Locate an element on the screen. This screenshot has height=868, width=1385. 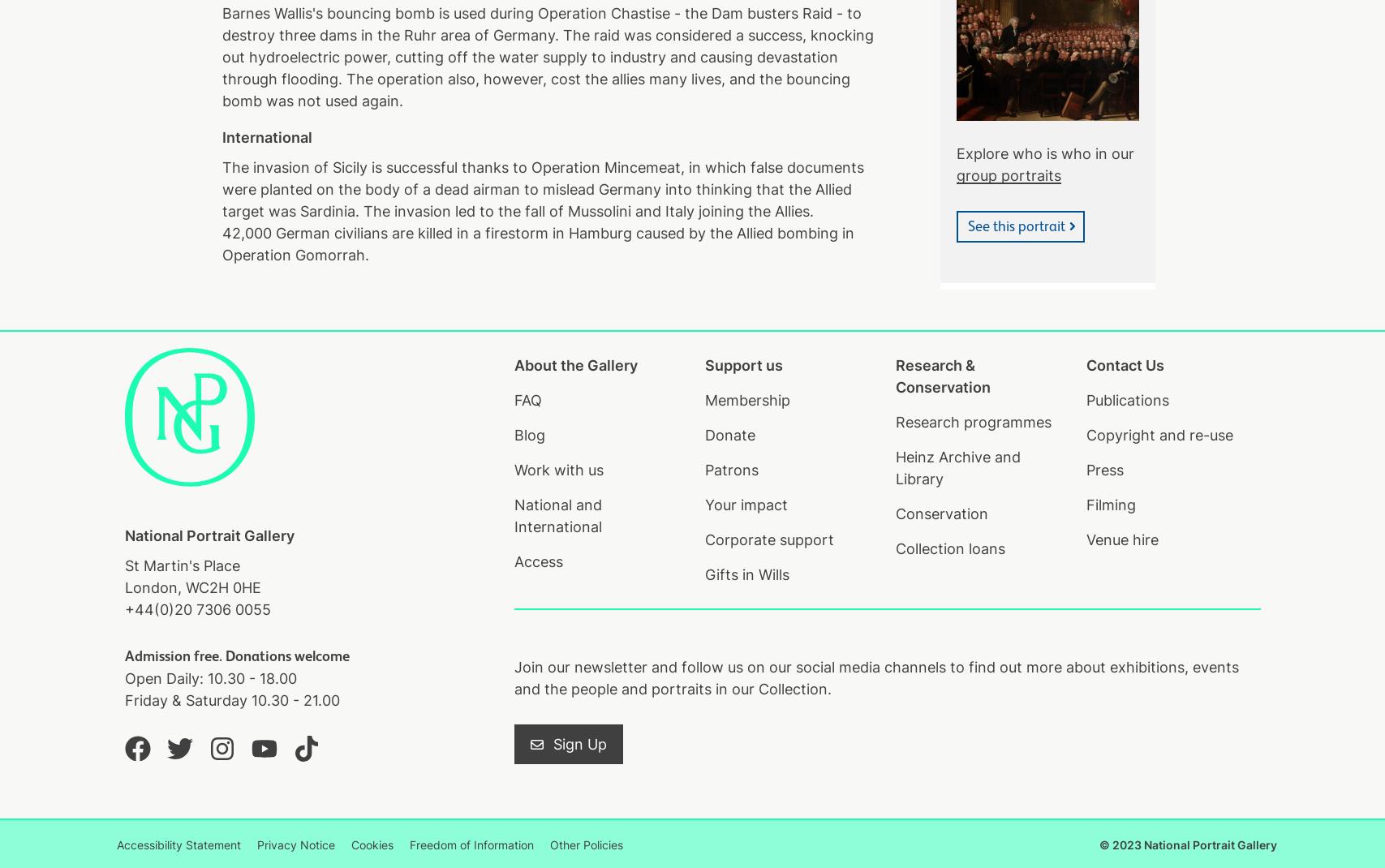
'Conservation' is located at coordinates (940, 513).